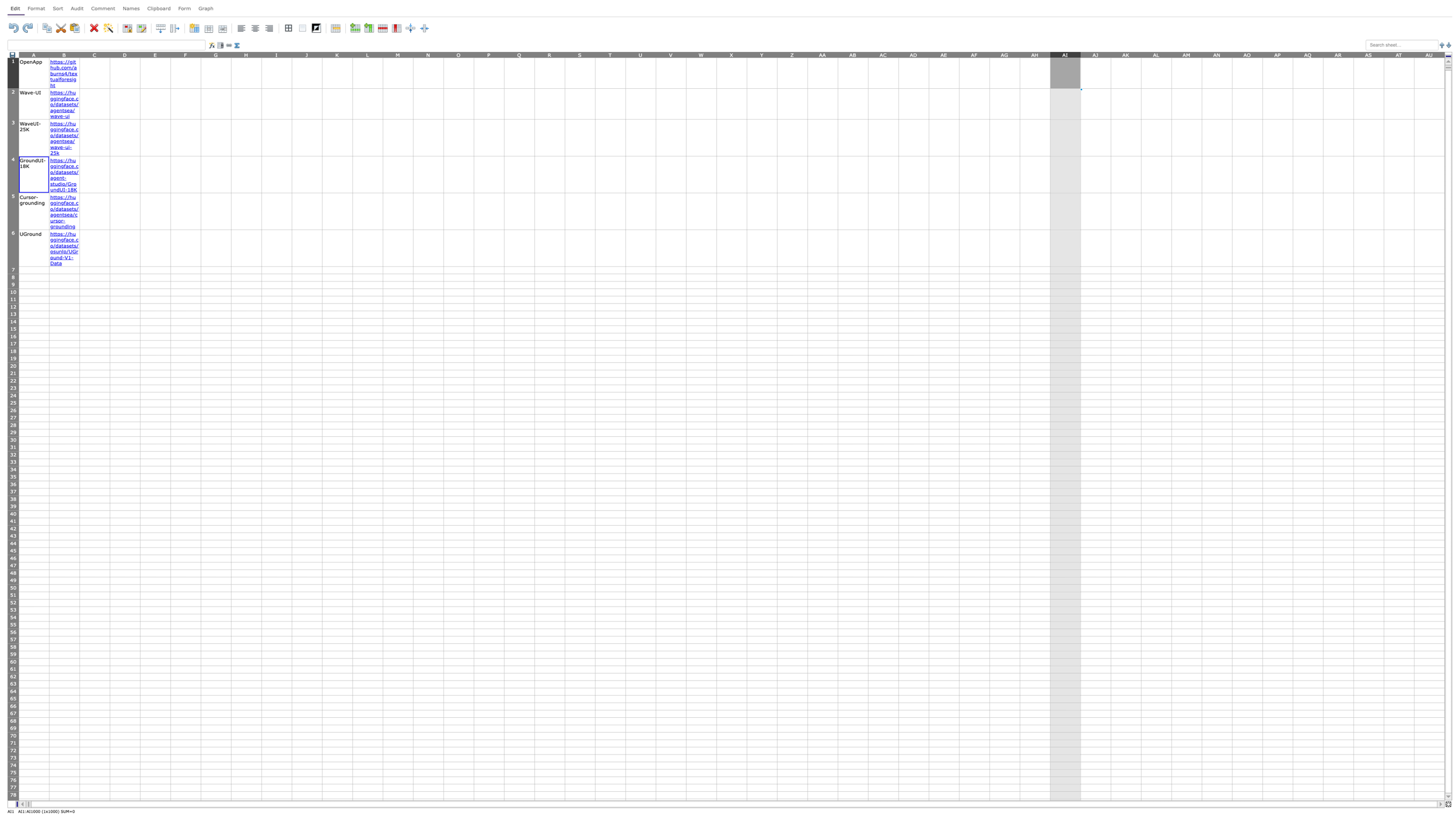  What do you see at coordinates (1095, 54) in the screenshot?
I see `to activate column AJ` at bounding box center [1095, 54].